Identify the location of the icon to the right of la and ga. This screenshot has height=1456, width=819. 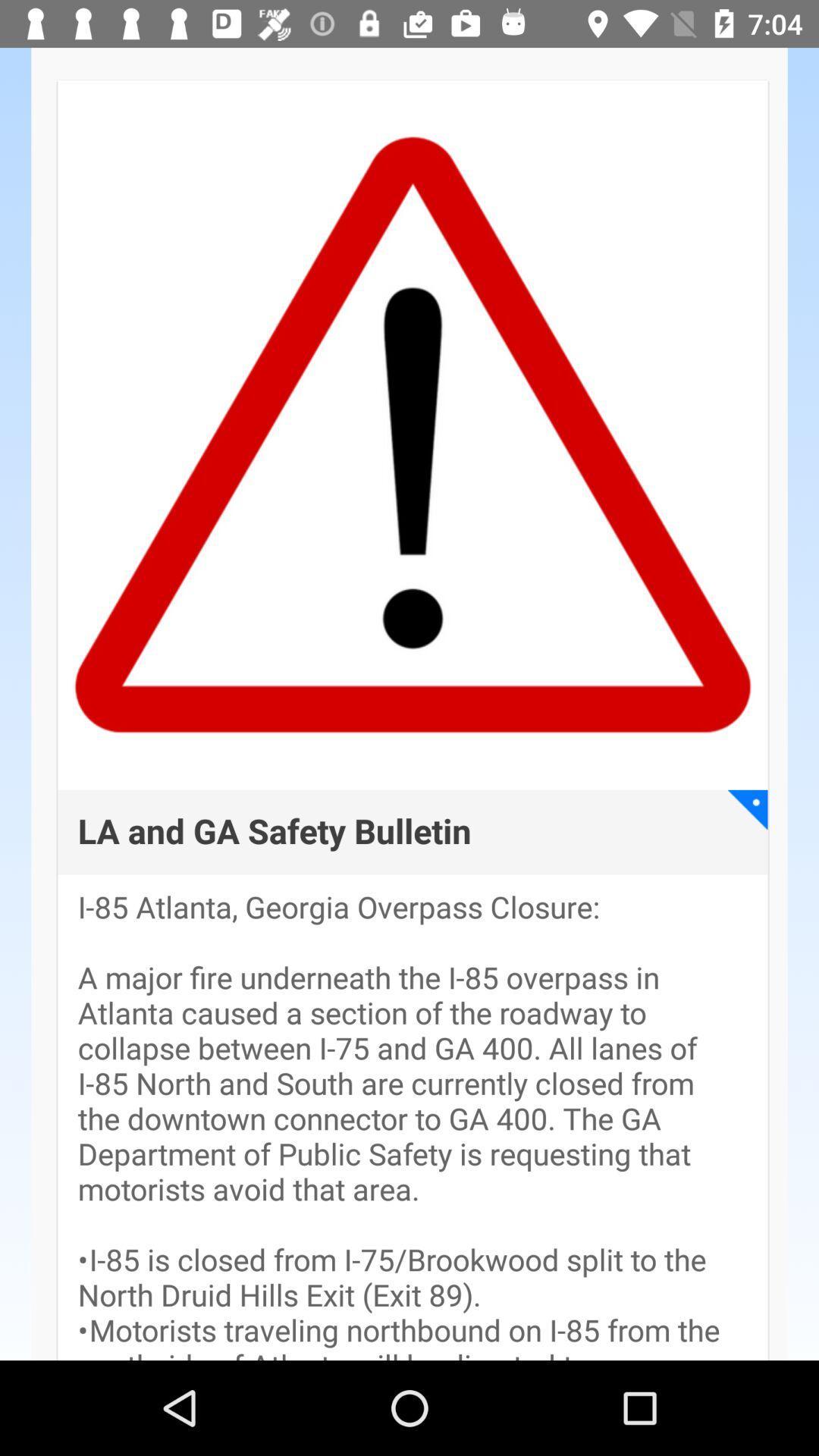
(747, 808).